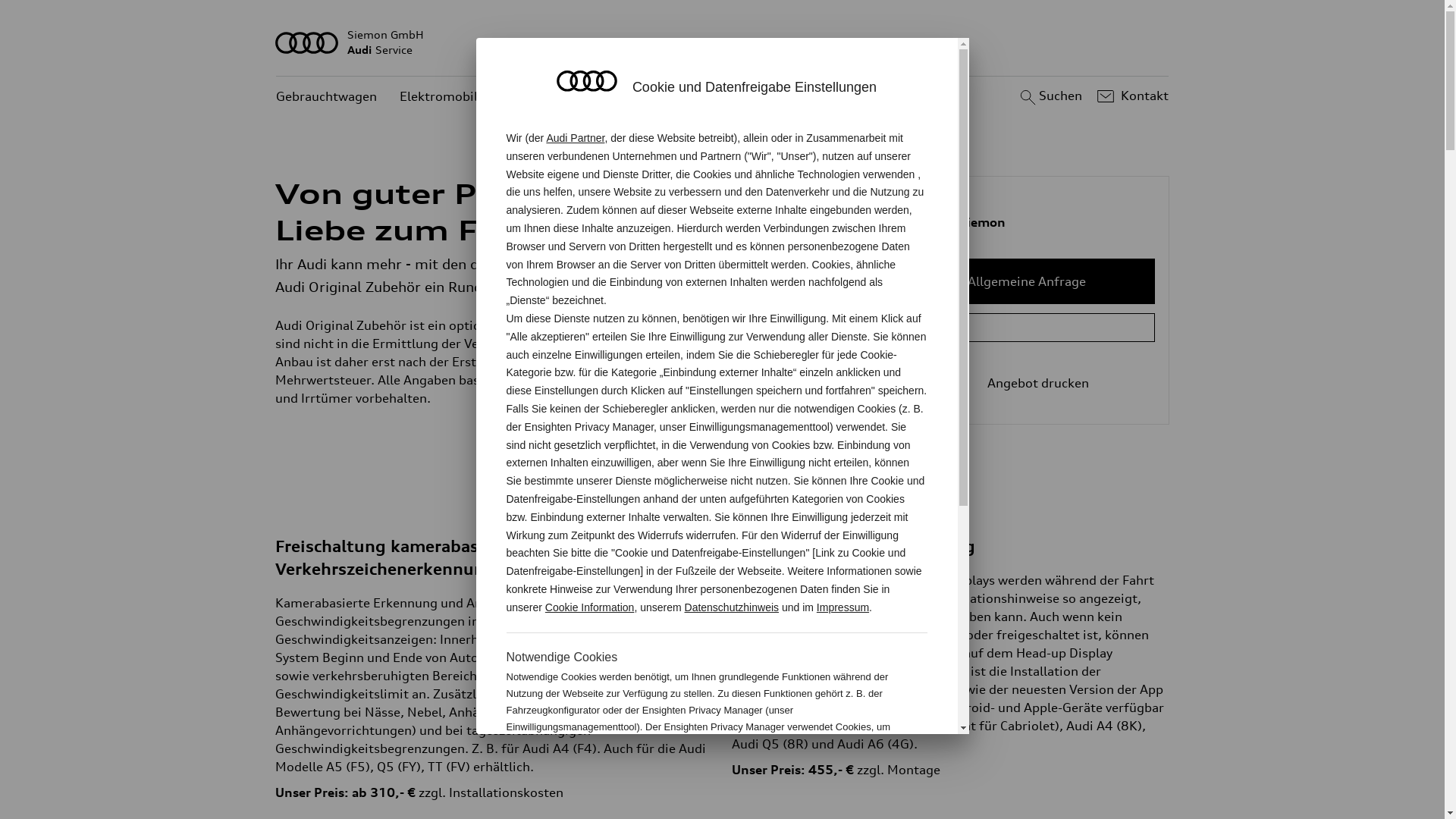 The width and height of the screenshot is (1456, 819). Describe the element at coordinates (1131, 96) in the screenshot. I see `'Kontakt'` at that location.